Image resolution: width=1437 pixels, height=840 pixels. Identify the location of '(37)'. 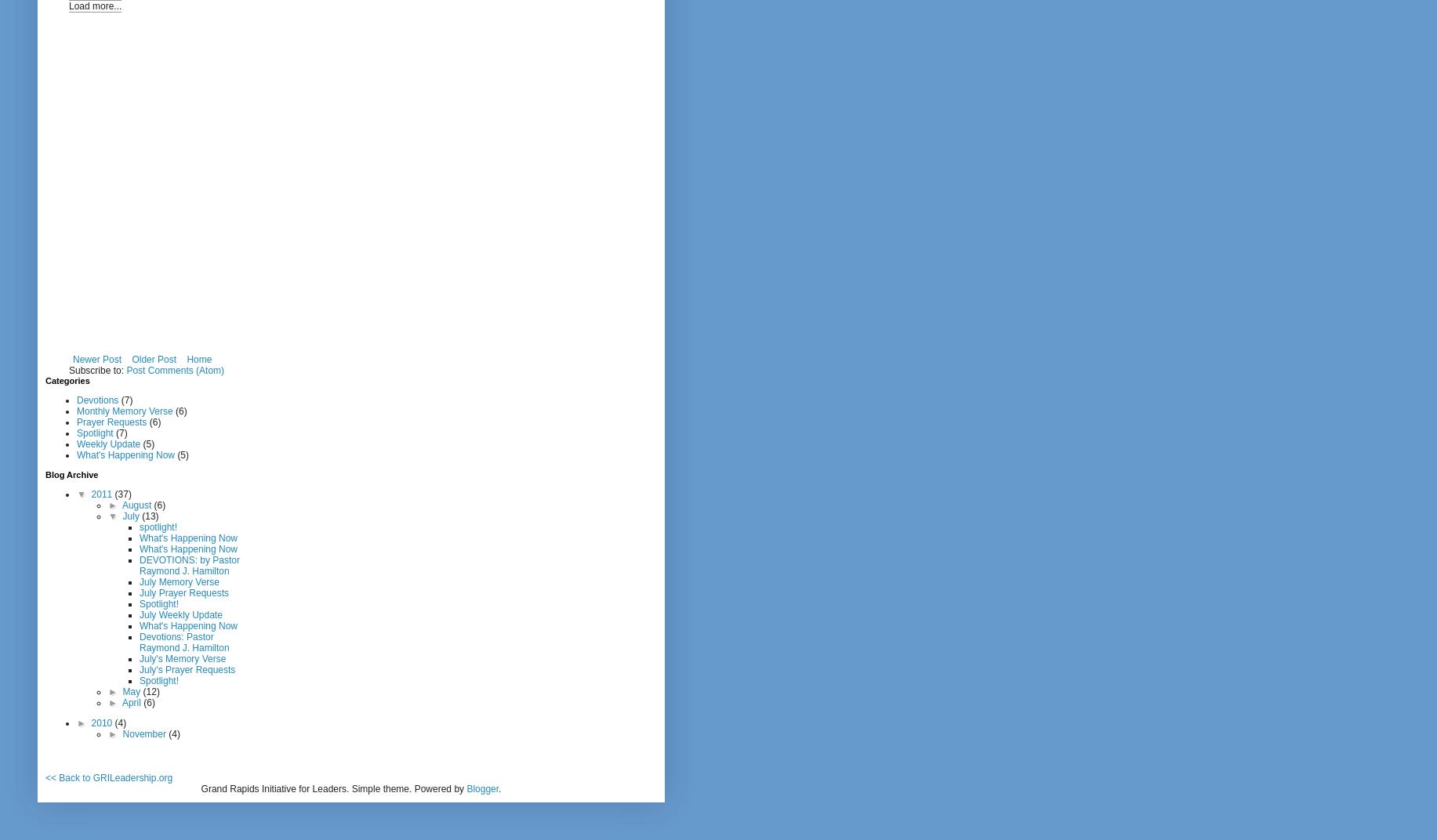
(122, 494).